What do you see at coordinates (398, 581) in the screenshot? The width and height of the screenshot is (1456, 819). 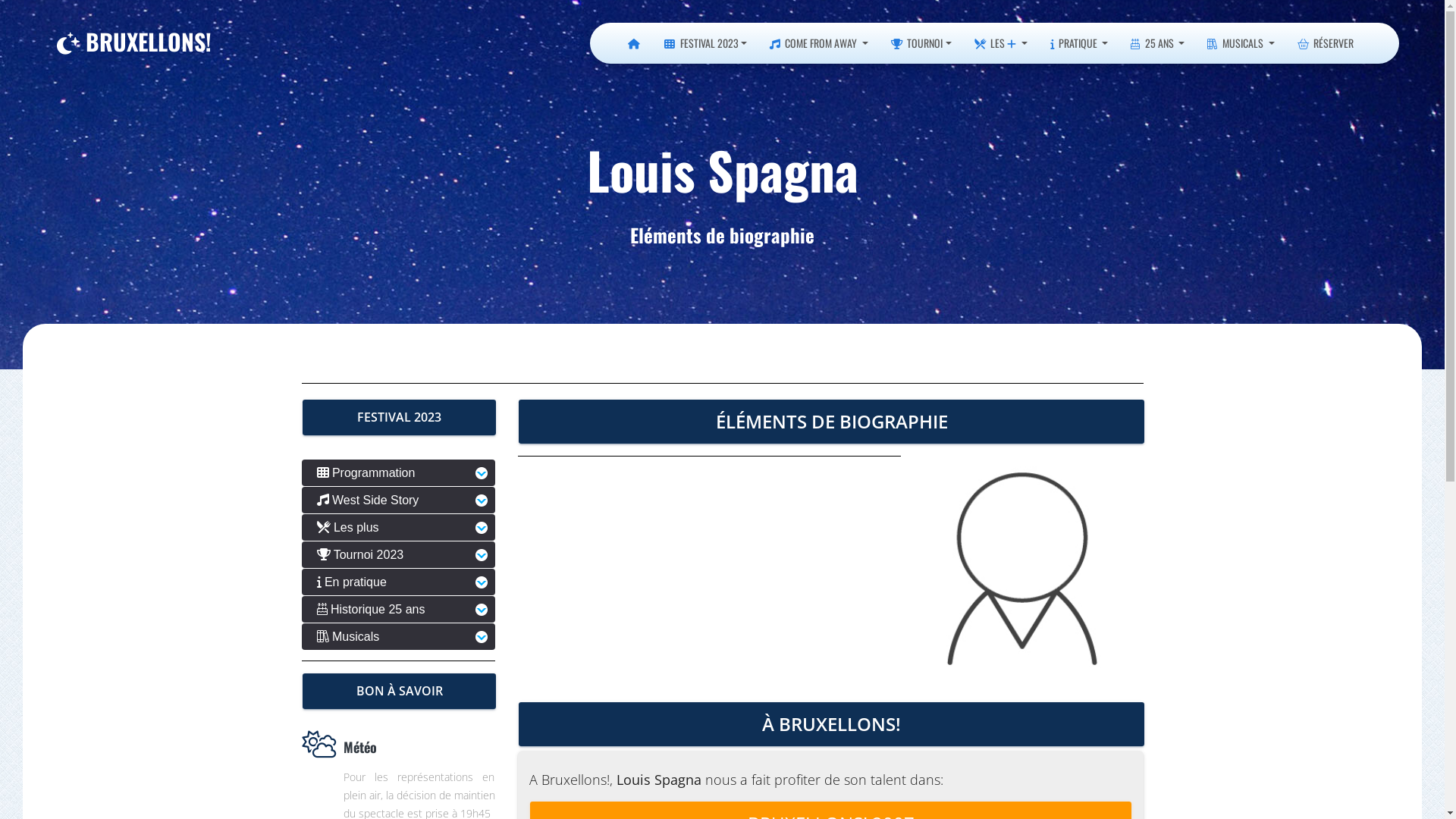 I see `'En pratique'` at bounding box center [398, 581].